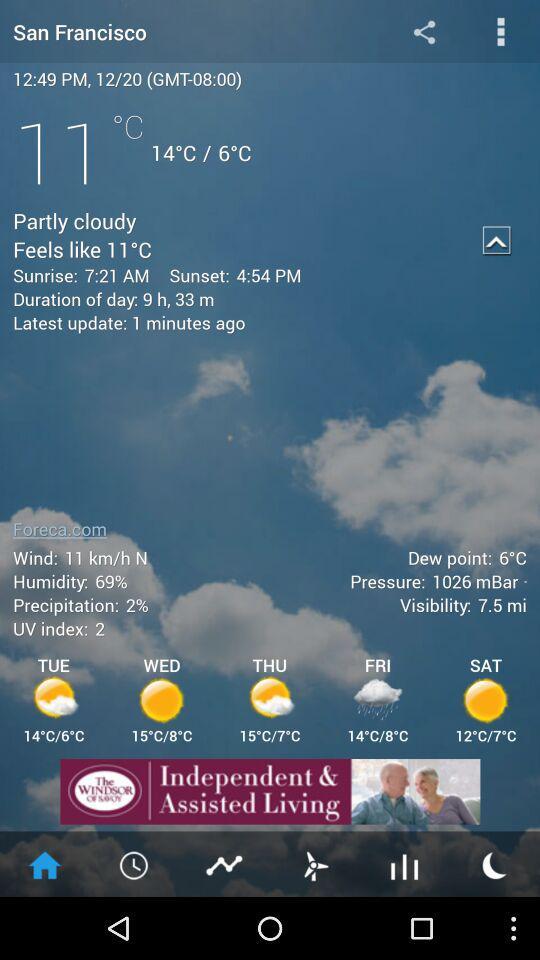 The width and height of the screenshot is (540, 960). I want to click on the weather icon, so click(494, 925).